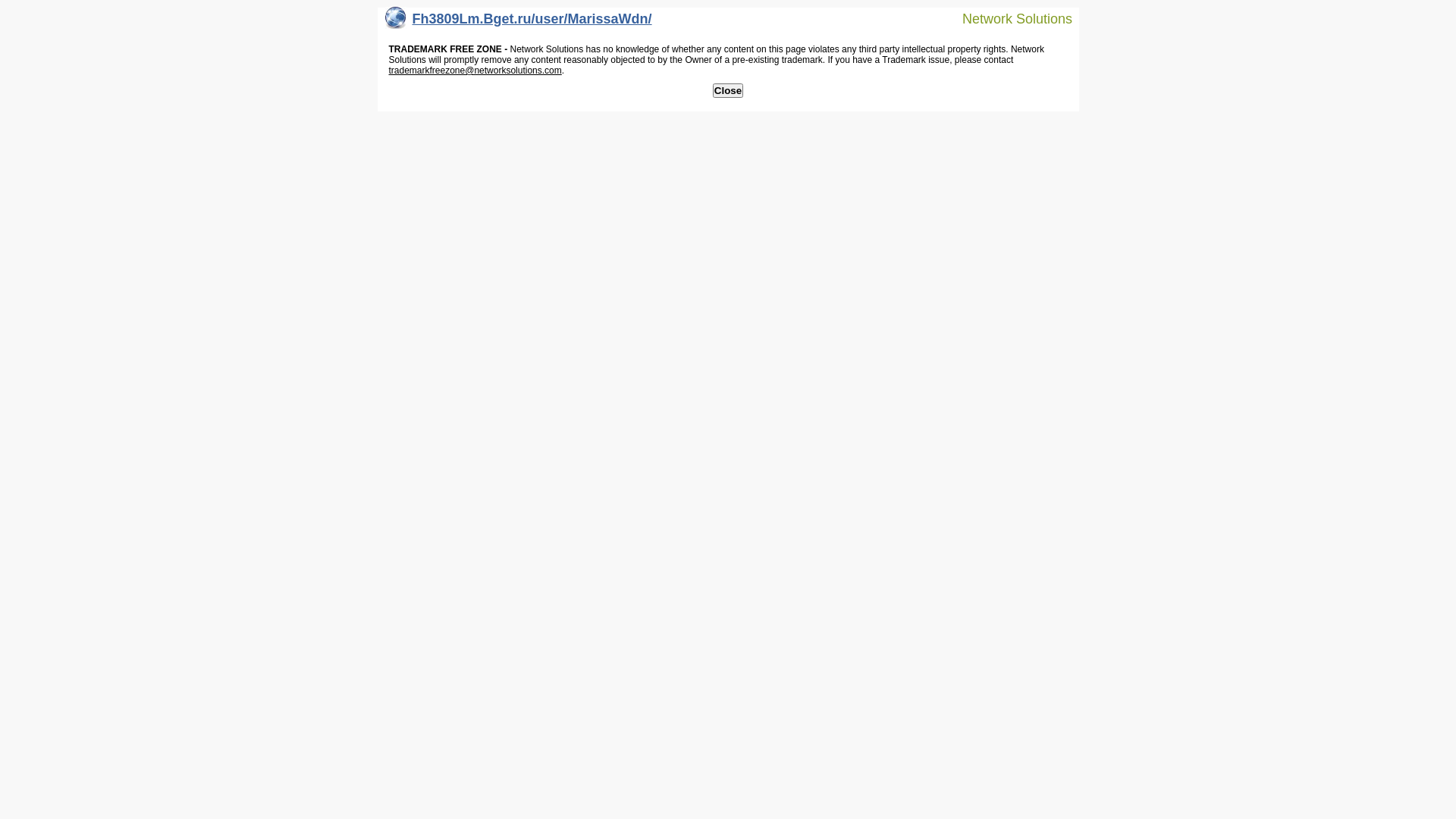  What do you see at coordinates (1008, 17) in the screenshot?
I see `'Network Solutions'` at bounding box center [1008, 17].